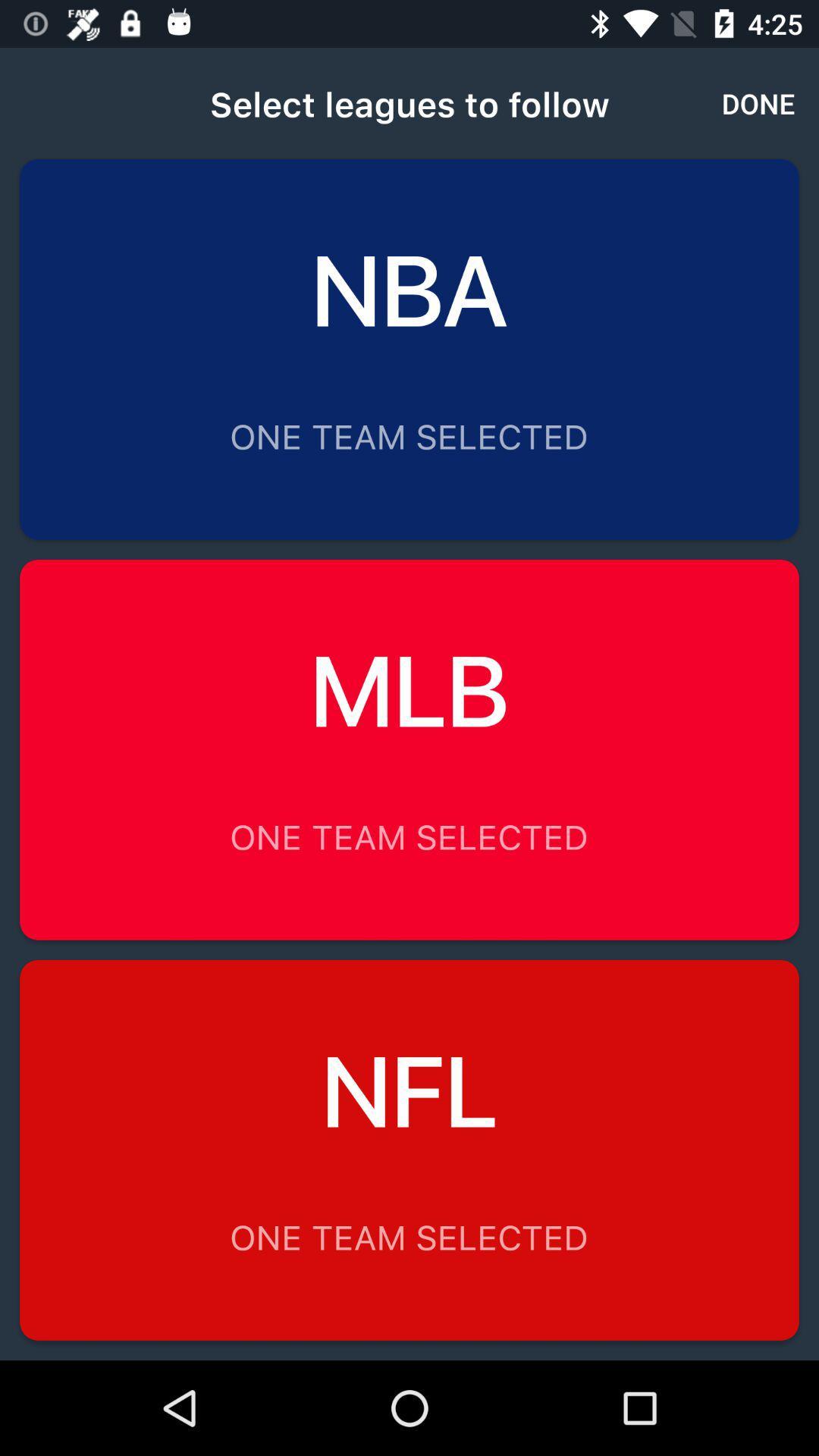 The image size is (819, 1456). I want to click on the icon next to select leagues to, so click(758, 102).